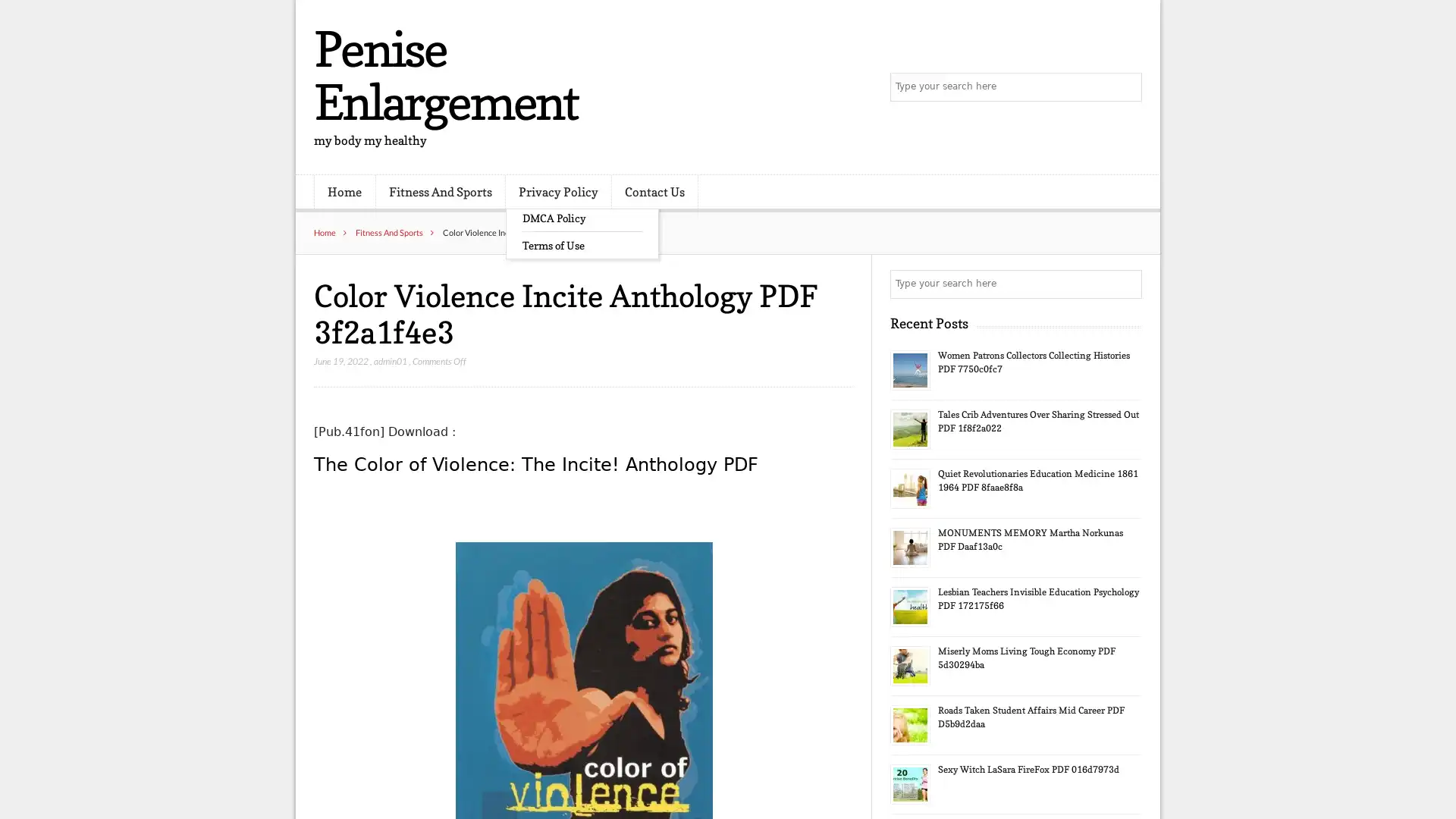  What do you see at coordinates (1126, 87) in the screenshot?
I see `Search` at bounding box center [1126, 87].